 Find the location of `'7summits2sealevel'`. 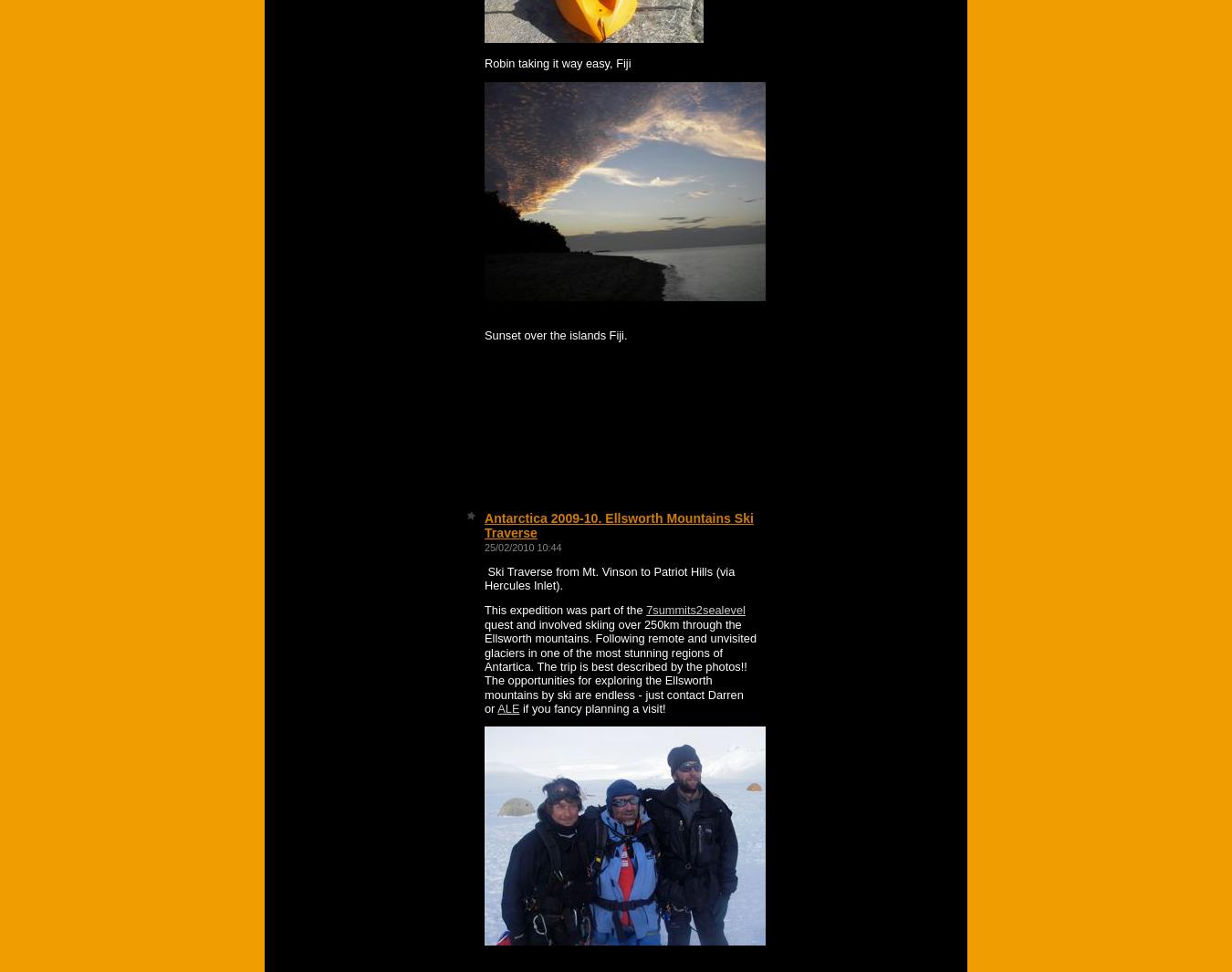

'7summits2sealevel' is located at coordinates (644, 610).